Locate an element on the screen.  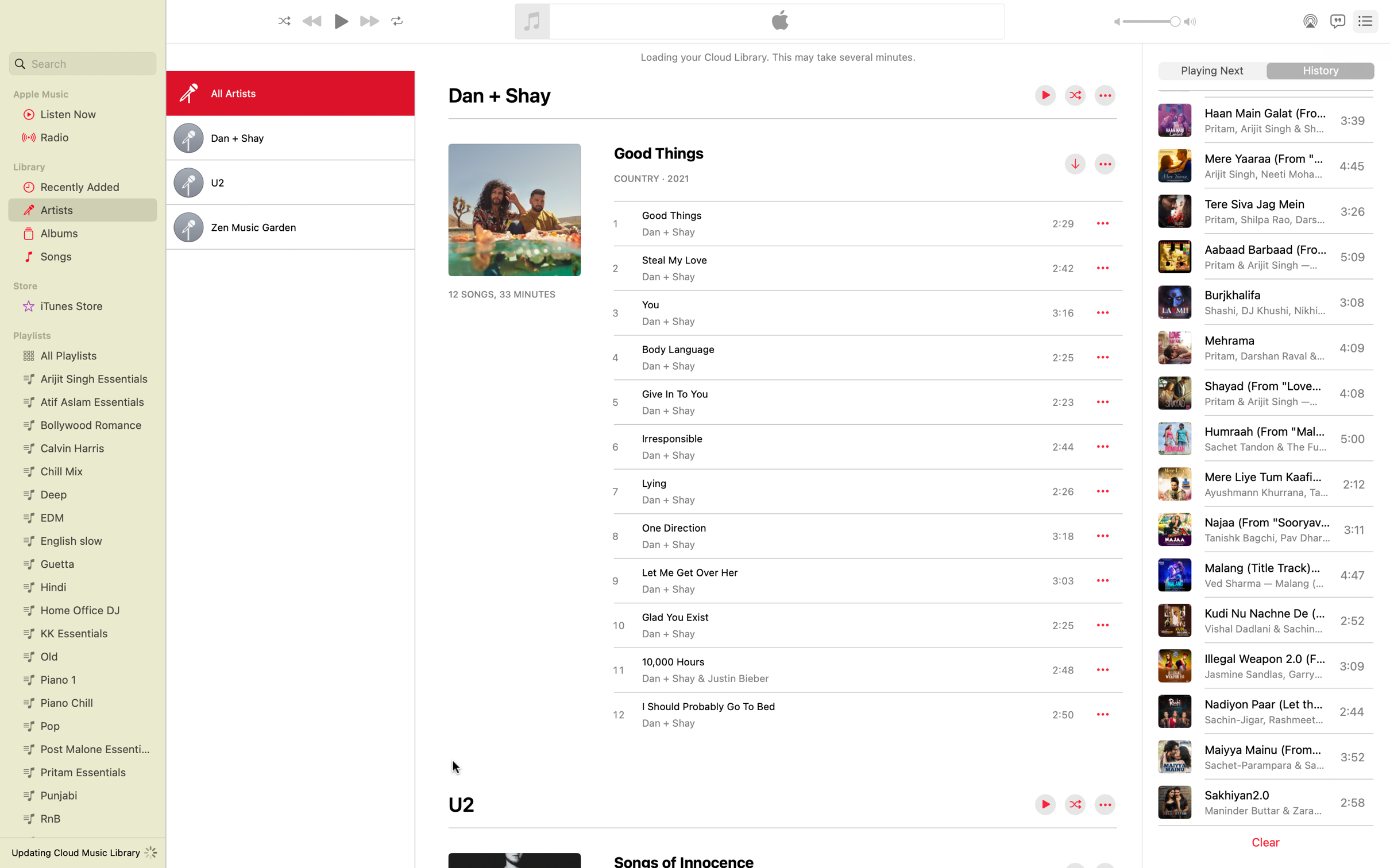
Start the track "Malang is located at coordinates (1262, 573).